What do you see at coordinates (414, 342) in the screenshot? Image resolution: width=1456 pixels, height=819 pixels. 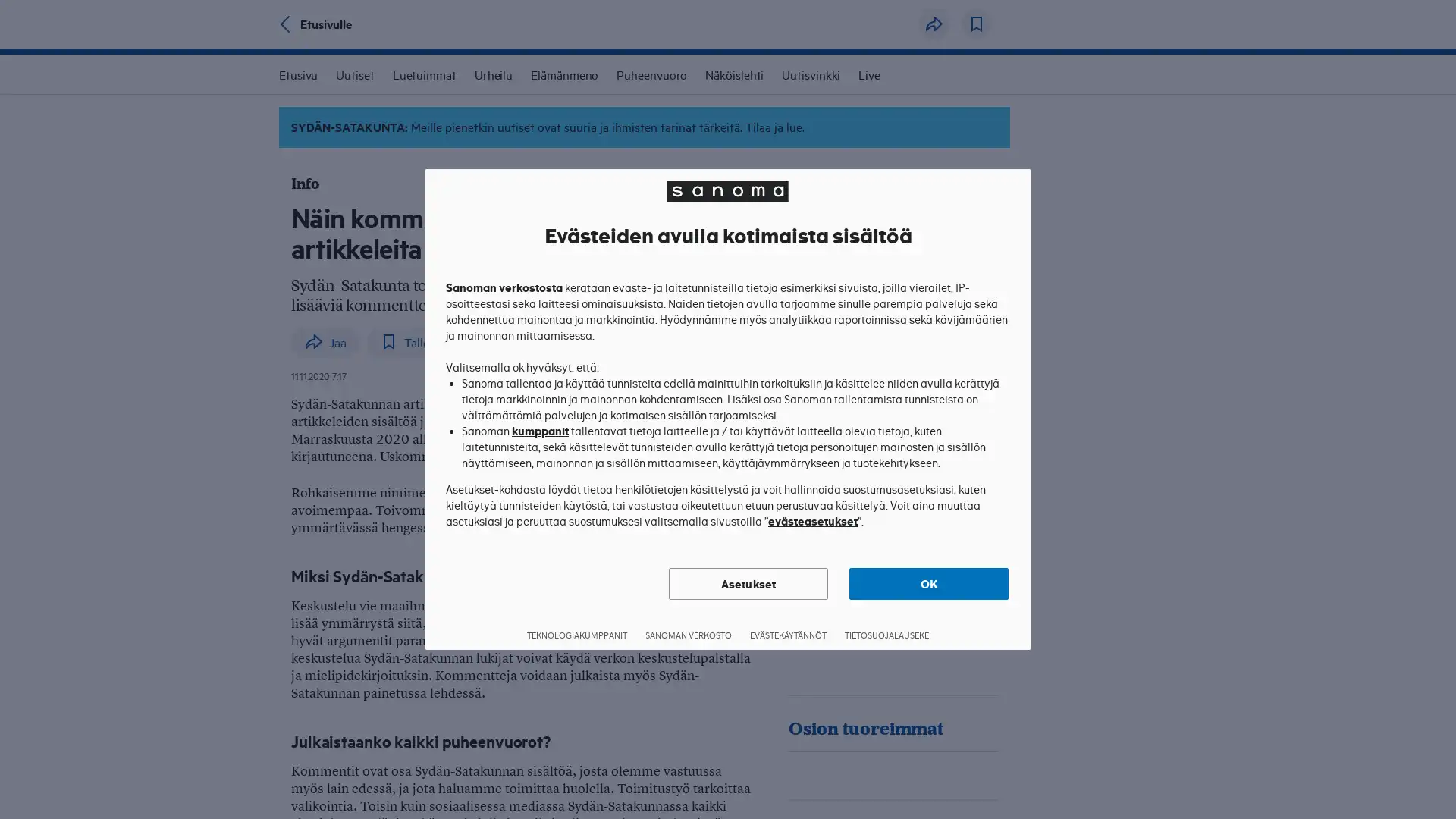 I see `Tallenna` at bounding box center [414, 342].